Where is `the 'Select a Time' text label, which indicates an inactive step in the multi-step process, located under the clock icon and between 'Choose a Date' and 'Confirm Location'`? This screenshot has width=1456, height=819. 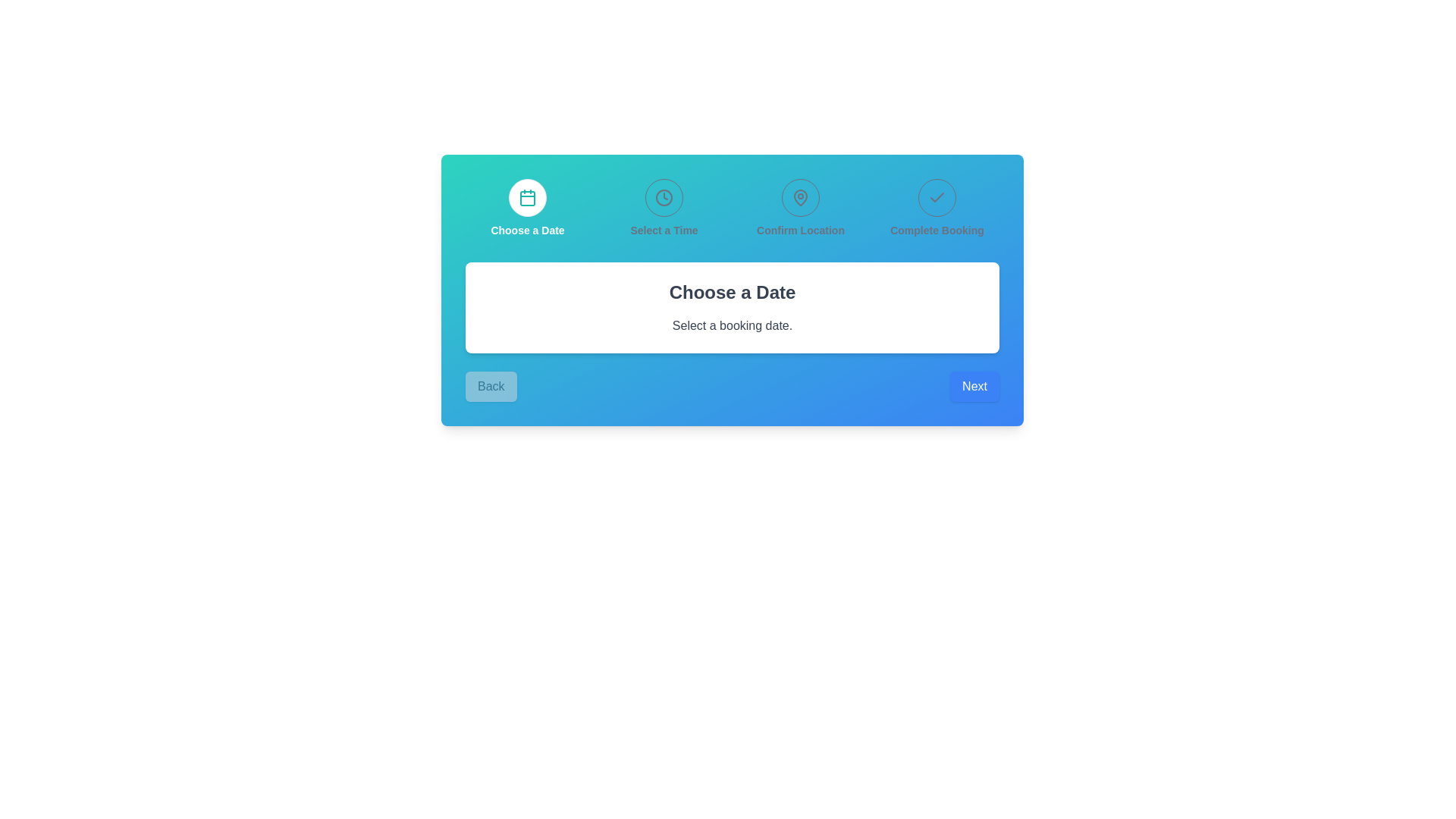 the 'Select a Time' text label, which indicates an inactive step in the multi-step process, located under the clock icon and between 'Choose a Date' and 'Confirm Location' is located at coordinates (664, 231).